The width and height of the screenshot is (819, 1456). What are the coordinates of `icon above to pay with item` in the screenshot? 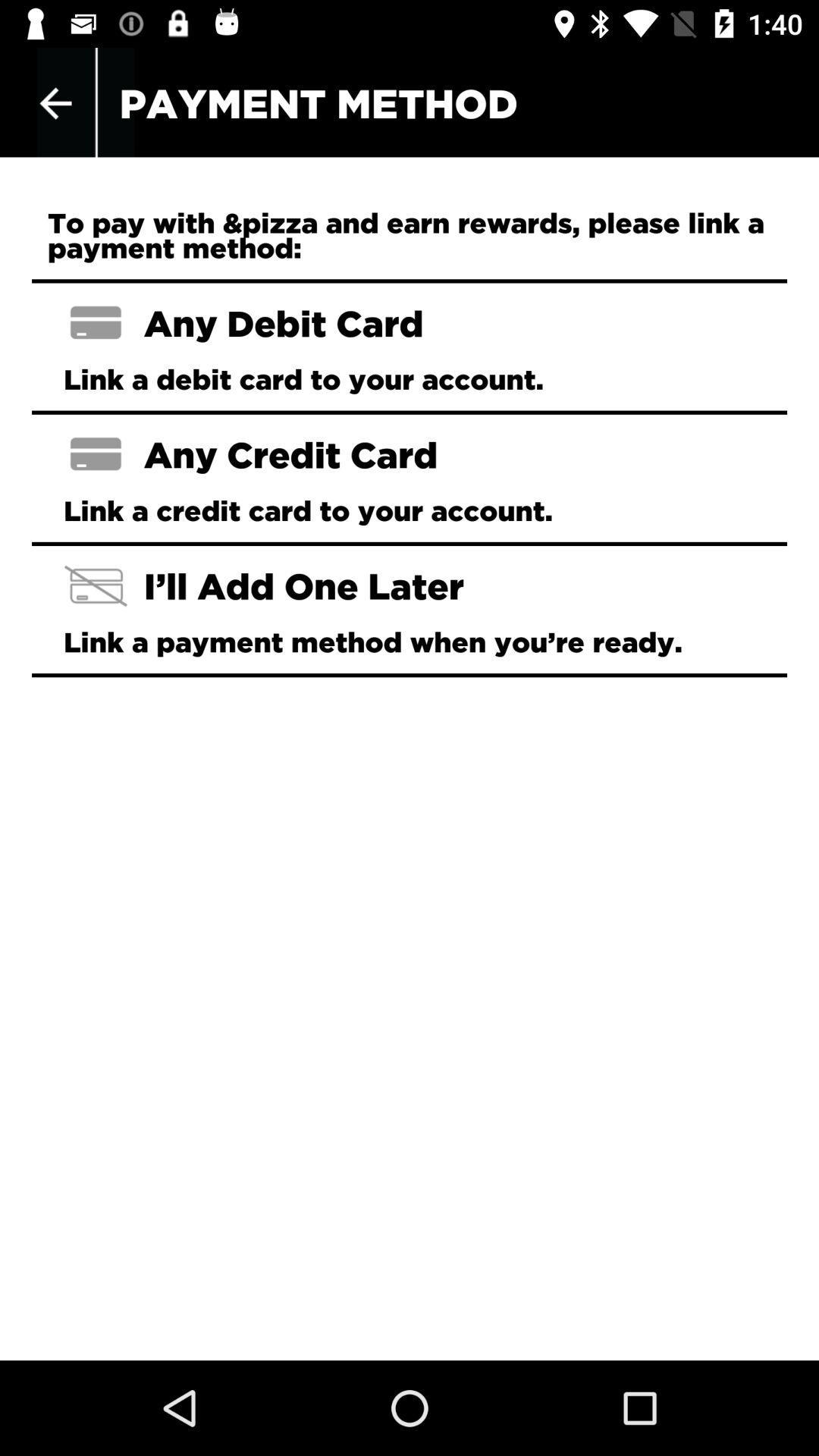 It's located at (55, 102).